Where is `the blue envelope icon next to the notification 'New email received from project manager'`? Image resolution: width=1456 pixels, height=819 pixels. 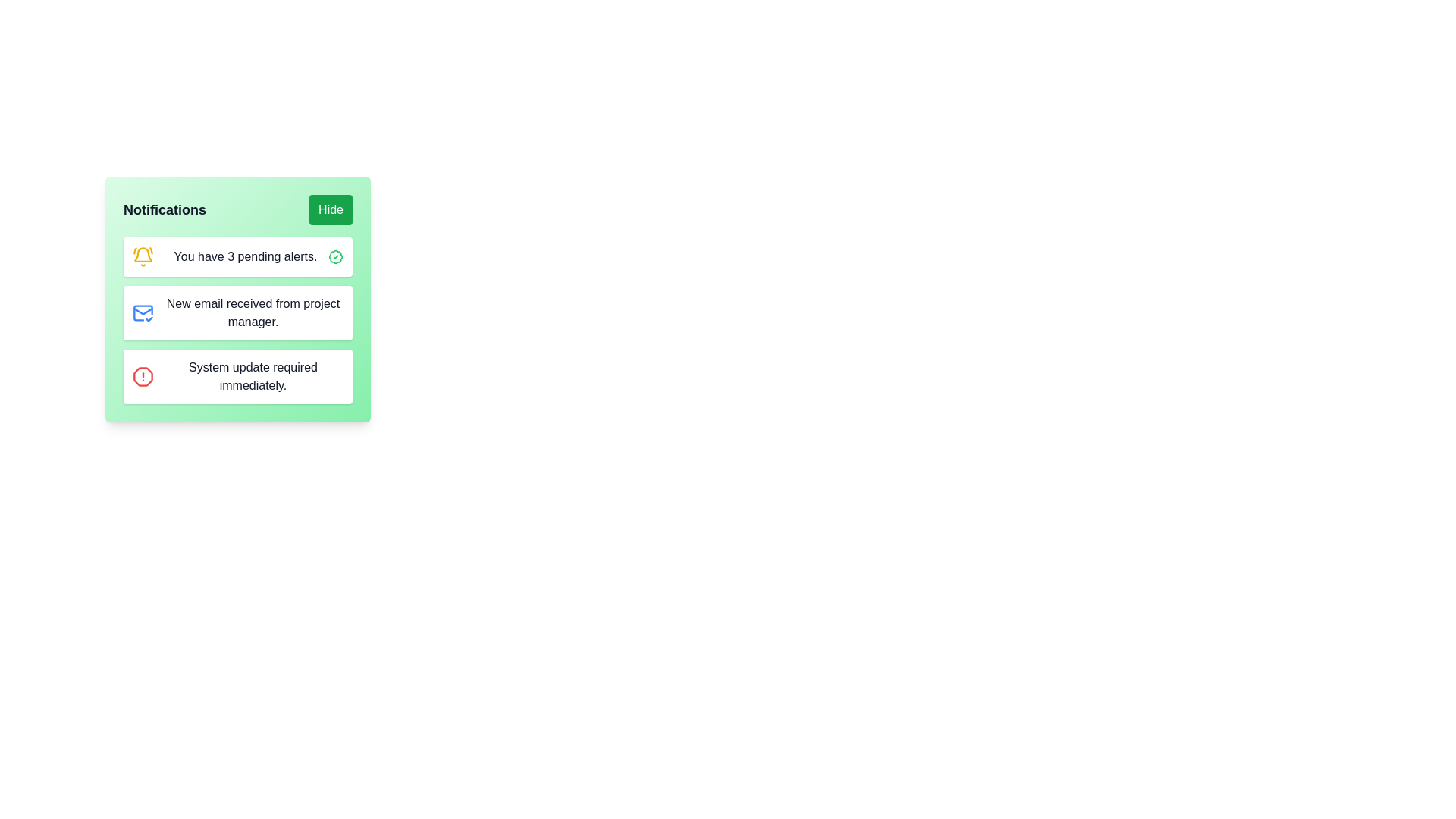 the blue envelope icon next to the notification 'New email received from project manager' is located at coordinates (143, 312).